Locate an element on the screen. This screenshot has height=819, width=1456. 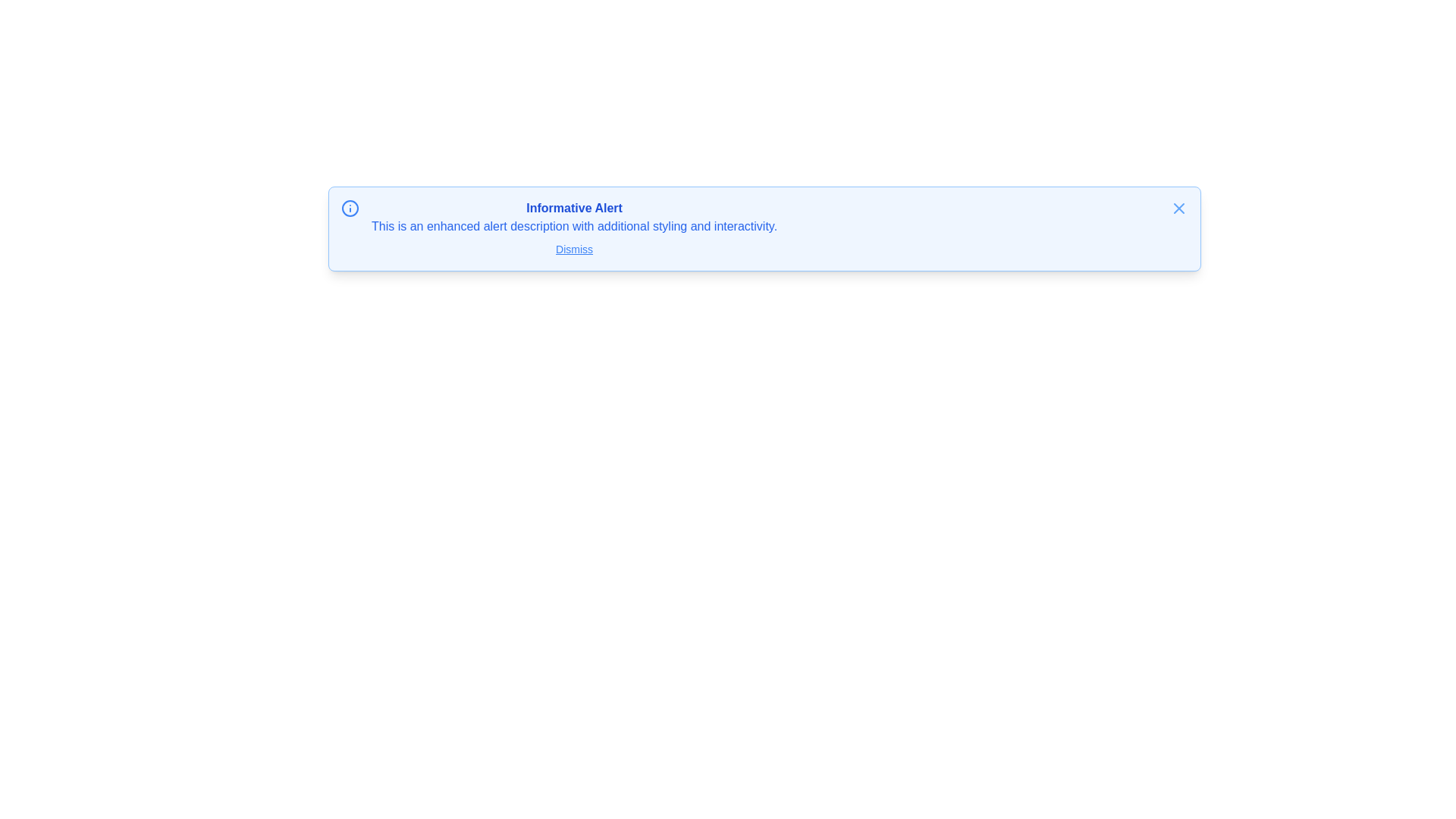
the close button located at the right side of the blue alert box is located at coordinates (1178, 208).